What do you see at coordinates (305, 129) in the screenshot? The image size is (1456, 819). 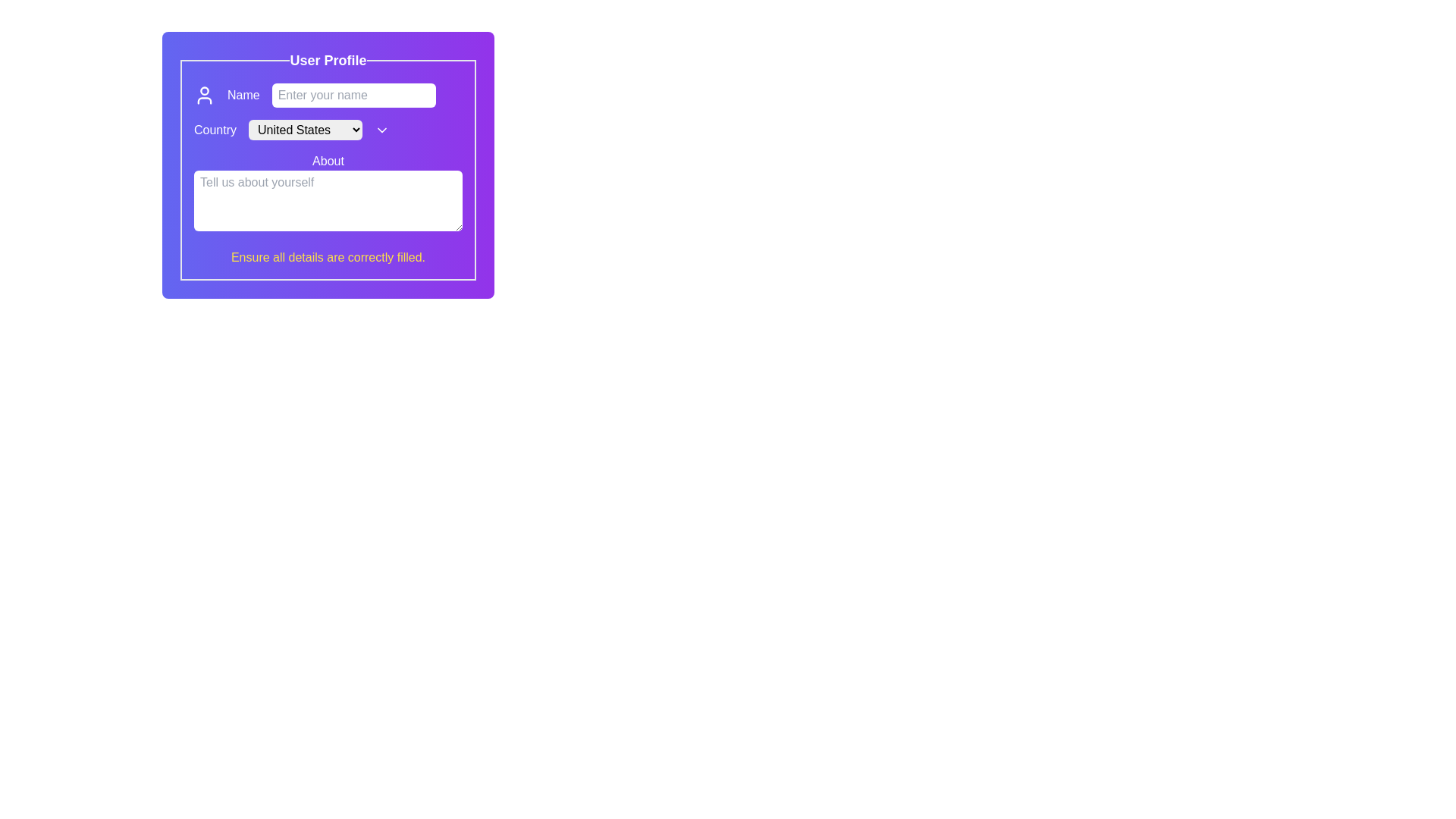 I see `the Dropdown menu located in the 'Country' section of the profile UI` at bounding box center [305, 129].